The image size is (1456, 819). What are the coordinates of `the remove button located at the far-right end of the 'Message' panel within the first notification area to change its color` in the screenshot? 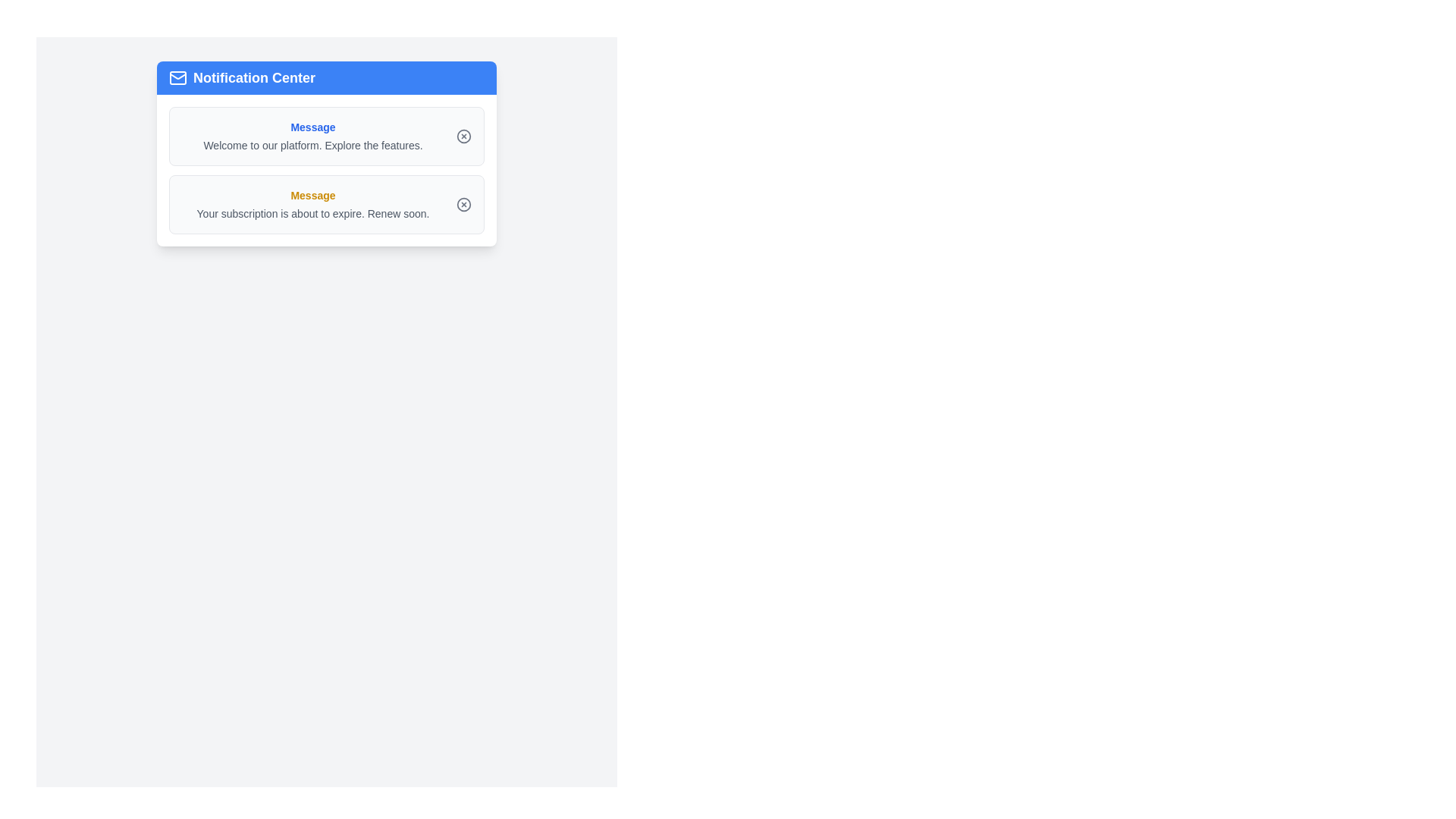 It's located at (463, 136).